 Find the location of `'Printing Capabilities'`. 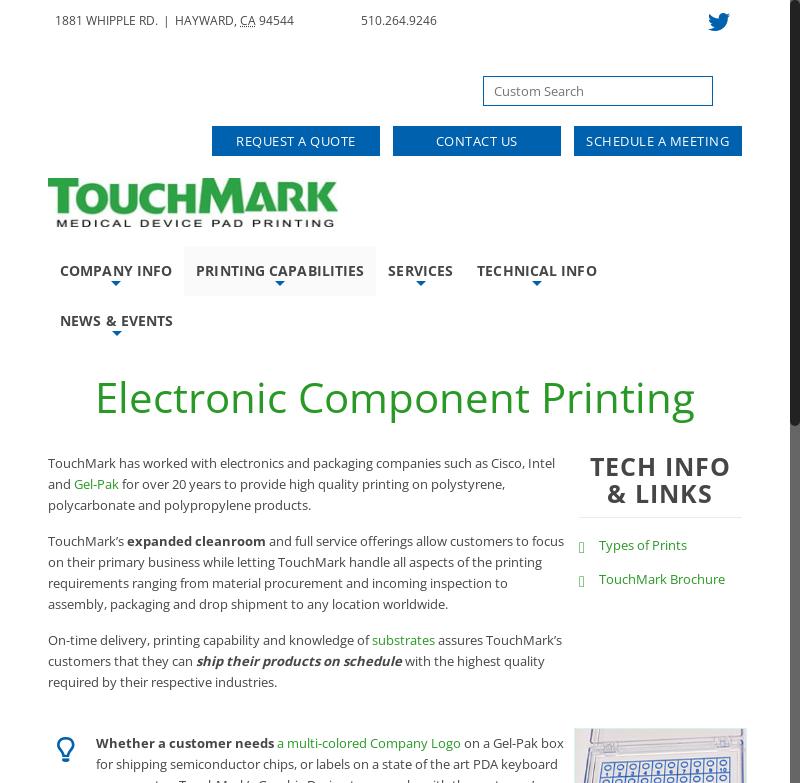

'Printing Capabilities' is located at coordinates (280, 270).